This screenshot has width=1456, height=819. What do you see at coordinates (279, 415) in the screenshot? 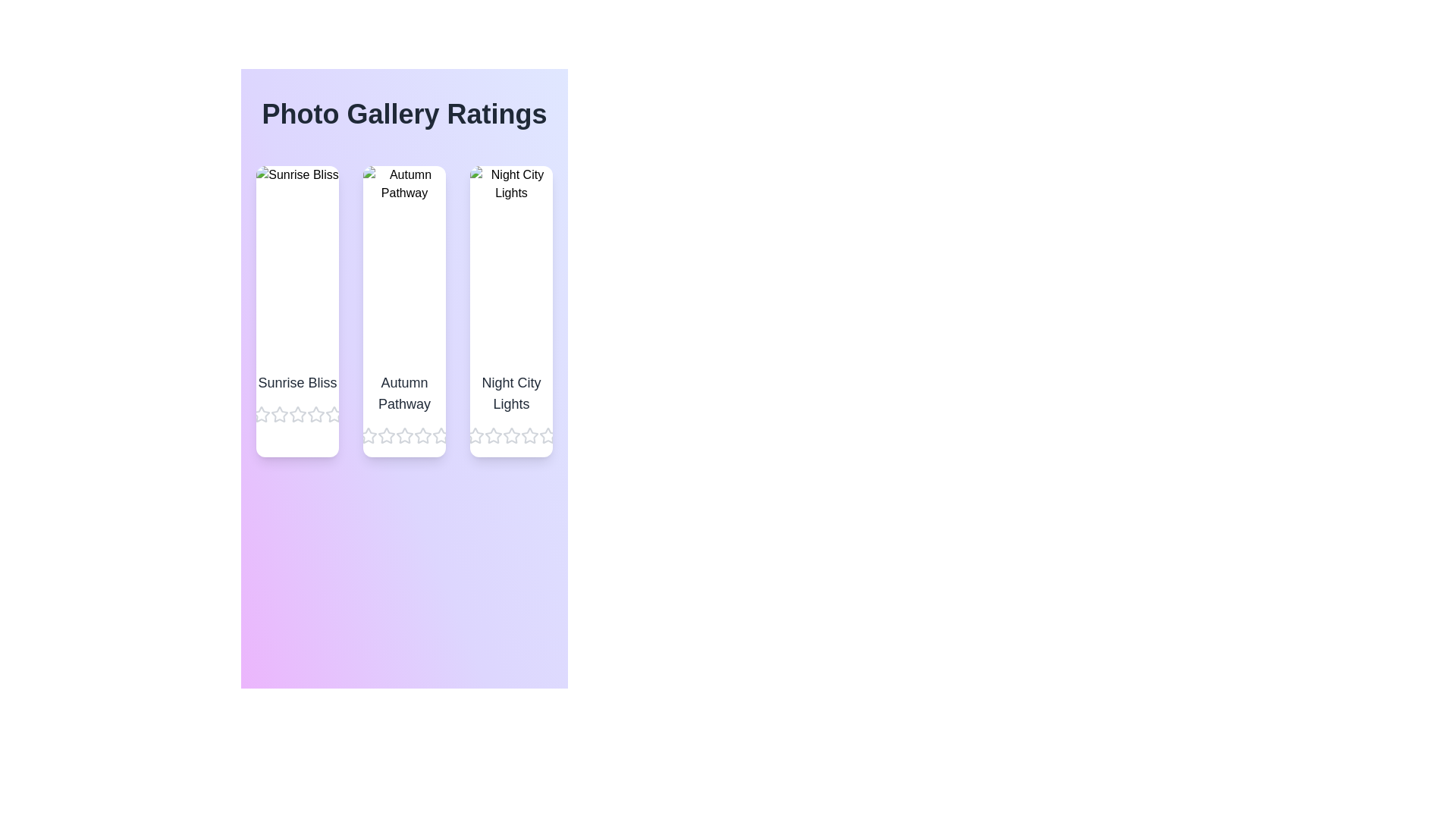
I see `the star corresponding to 2 stars for the image titled Sunrise Bliss` at bounding box center [279, 415].